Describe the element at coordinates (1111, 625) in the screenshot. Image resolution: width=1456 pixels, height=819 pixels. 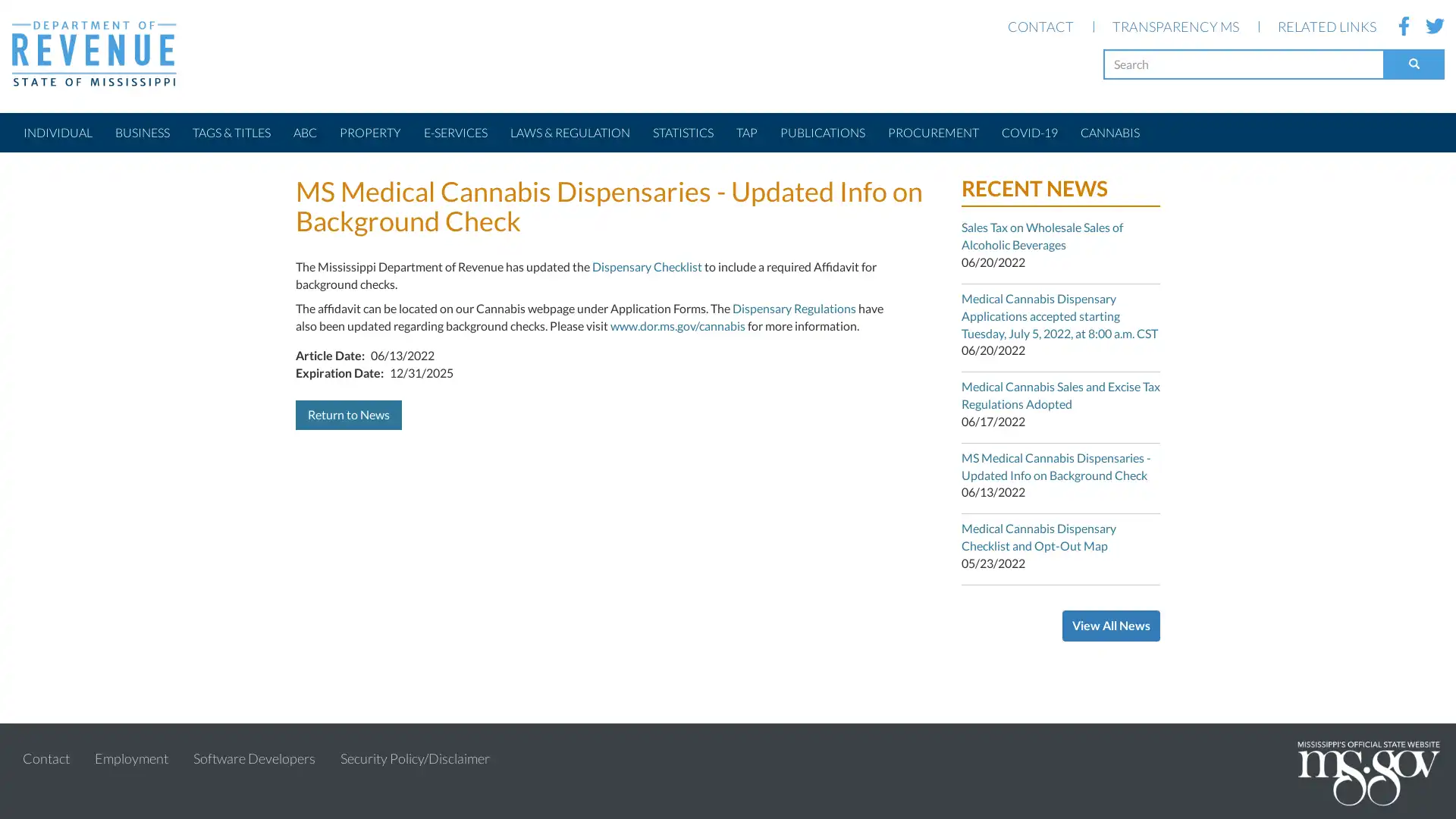
I see `View All News` at that location.